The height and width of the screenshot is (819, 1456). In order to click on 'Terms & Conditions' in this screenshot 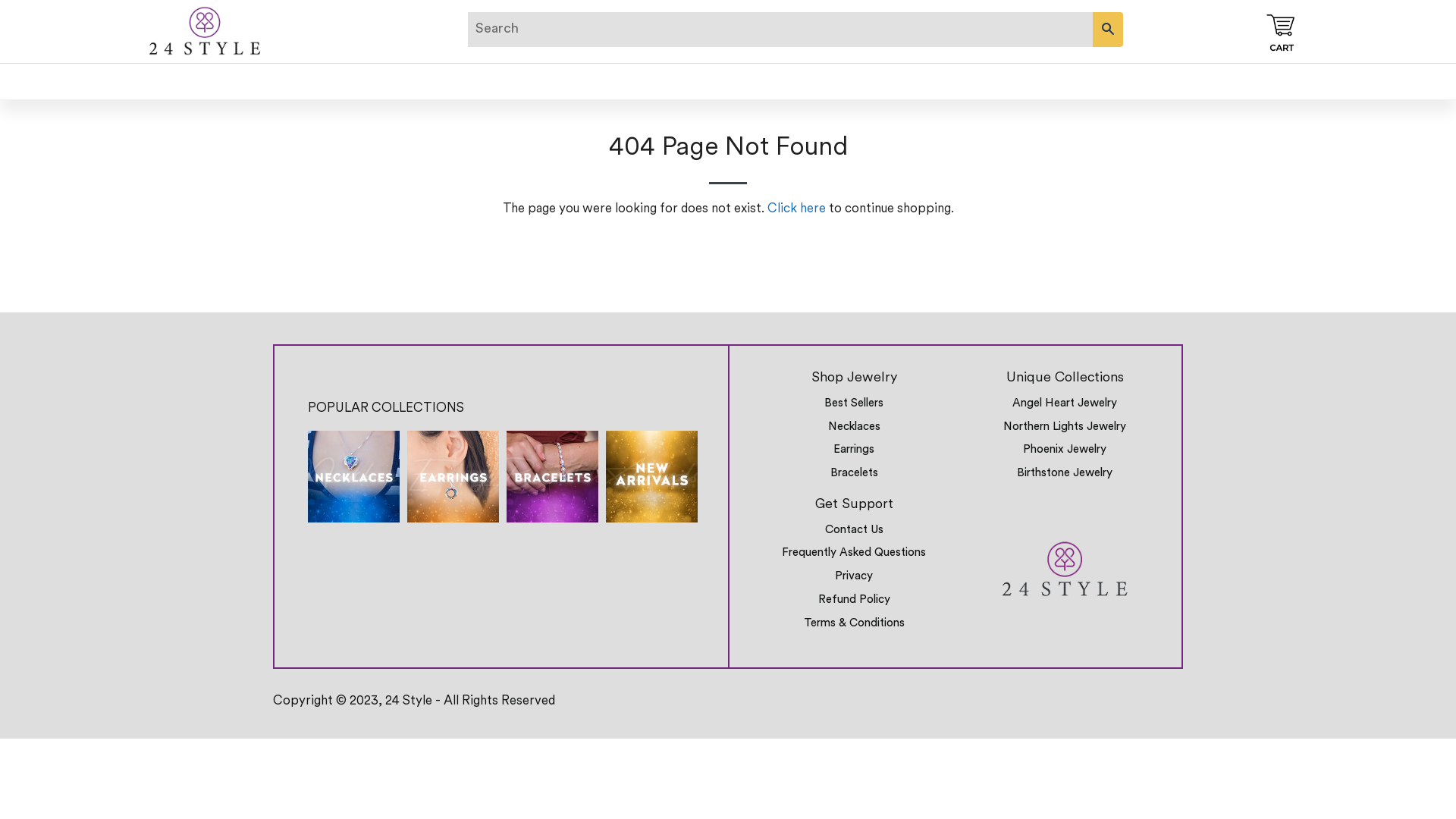, I will do `click(854, 623)`.